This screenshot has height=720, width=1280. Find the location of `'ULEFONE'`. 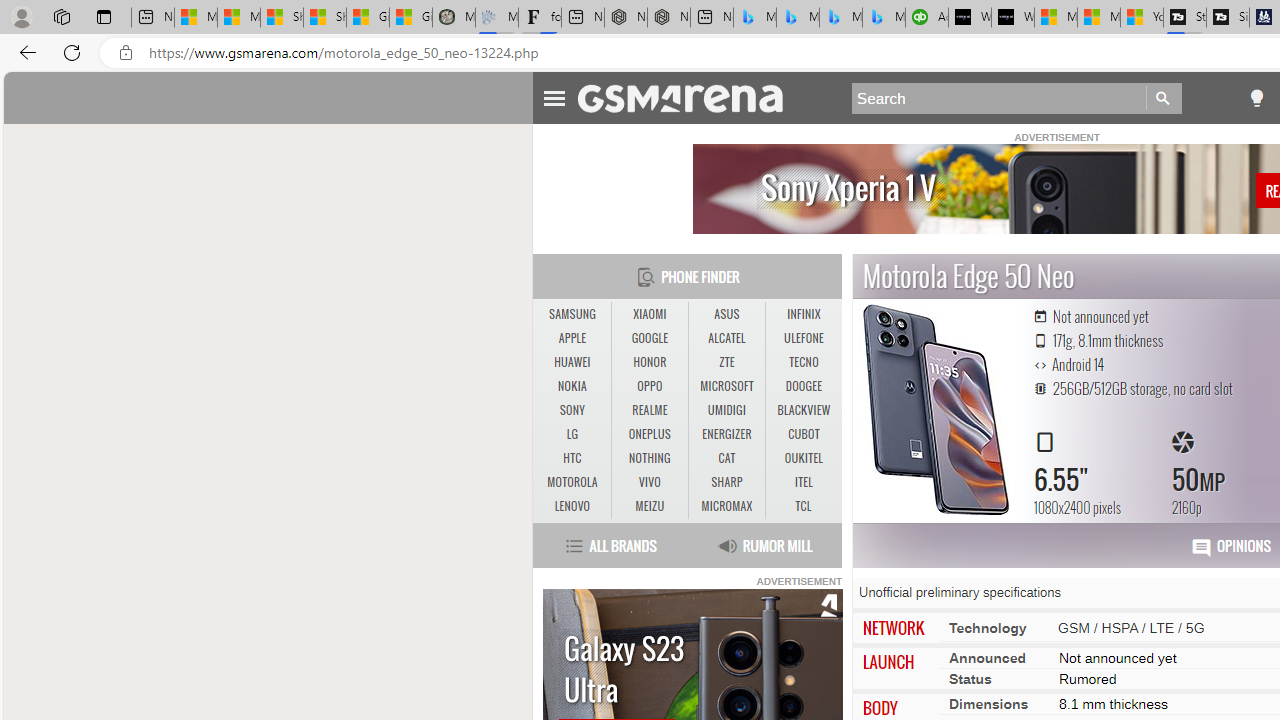

'ULEFONE' is located at coordinates (803, 337).